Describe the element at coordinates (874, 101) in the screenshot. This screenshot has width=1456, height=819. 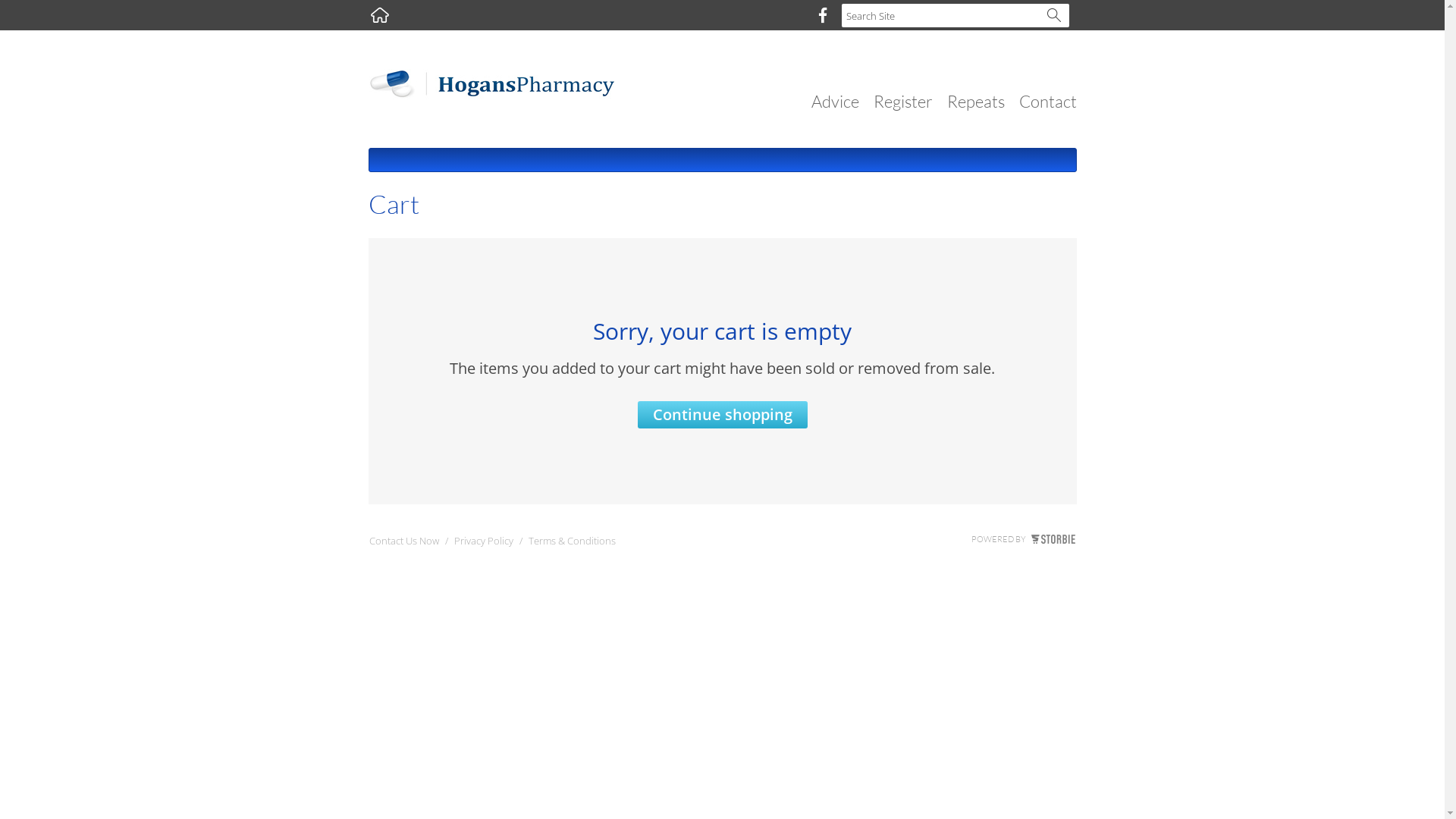
I see `'Register'` at that location.